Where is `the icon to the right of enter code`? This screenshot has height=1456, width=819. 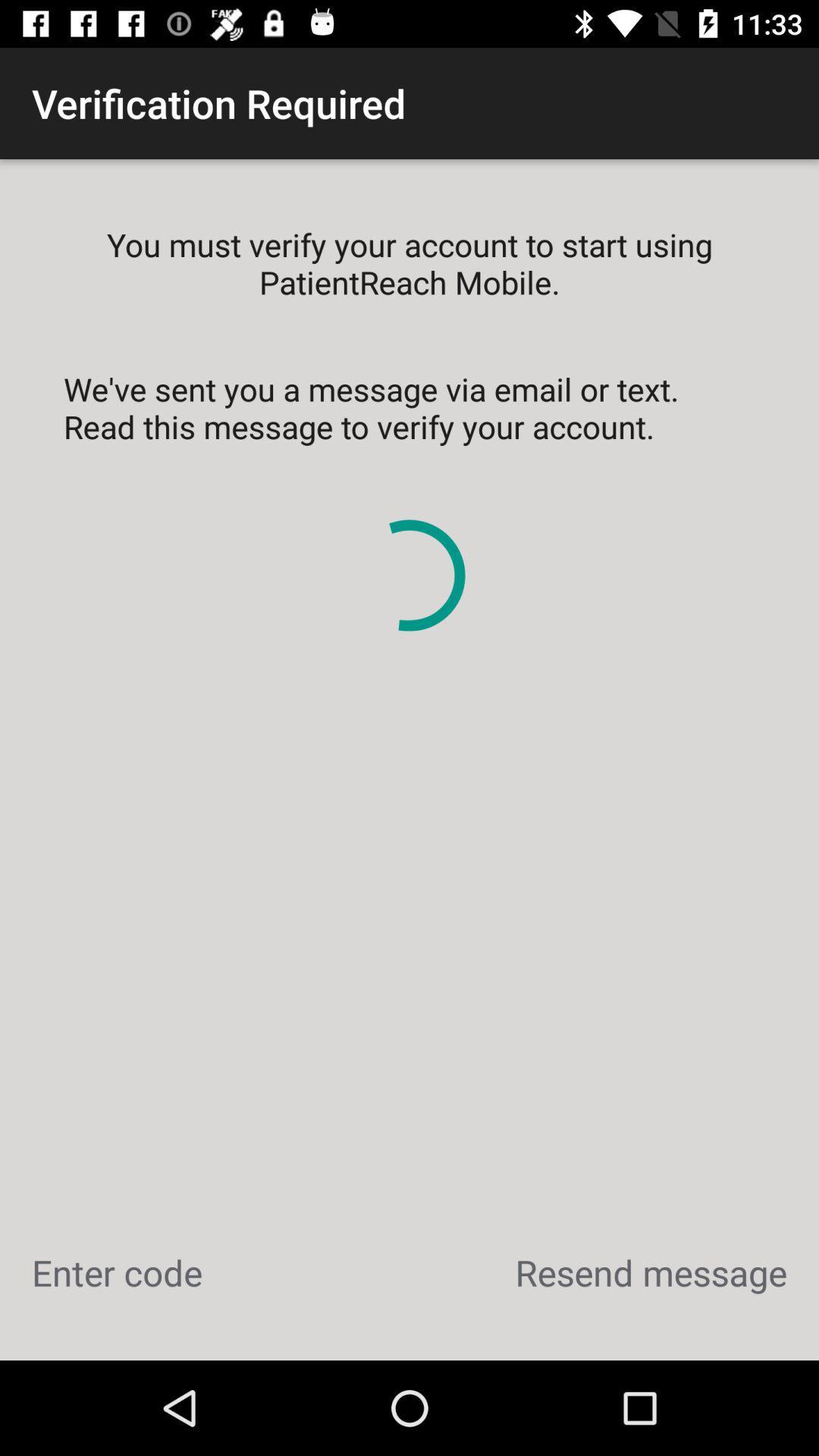
the icon to the right of enter code is located at coordinates (650, 1272).